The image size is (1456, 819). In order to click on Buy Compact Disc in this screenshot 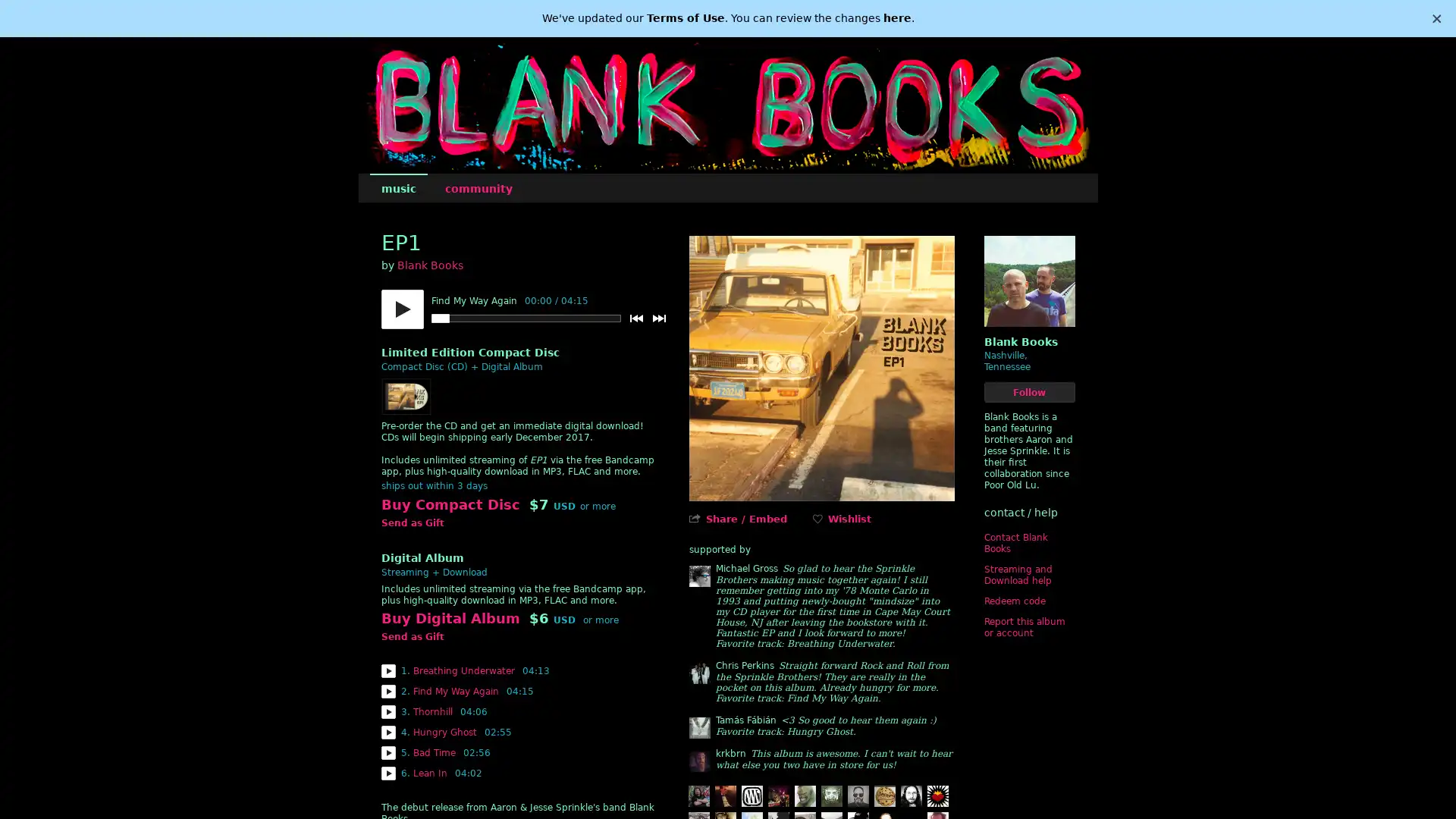, I will do `click(449, 505)`.